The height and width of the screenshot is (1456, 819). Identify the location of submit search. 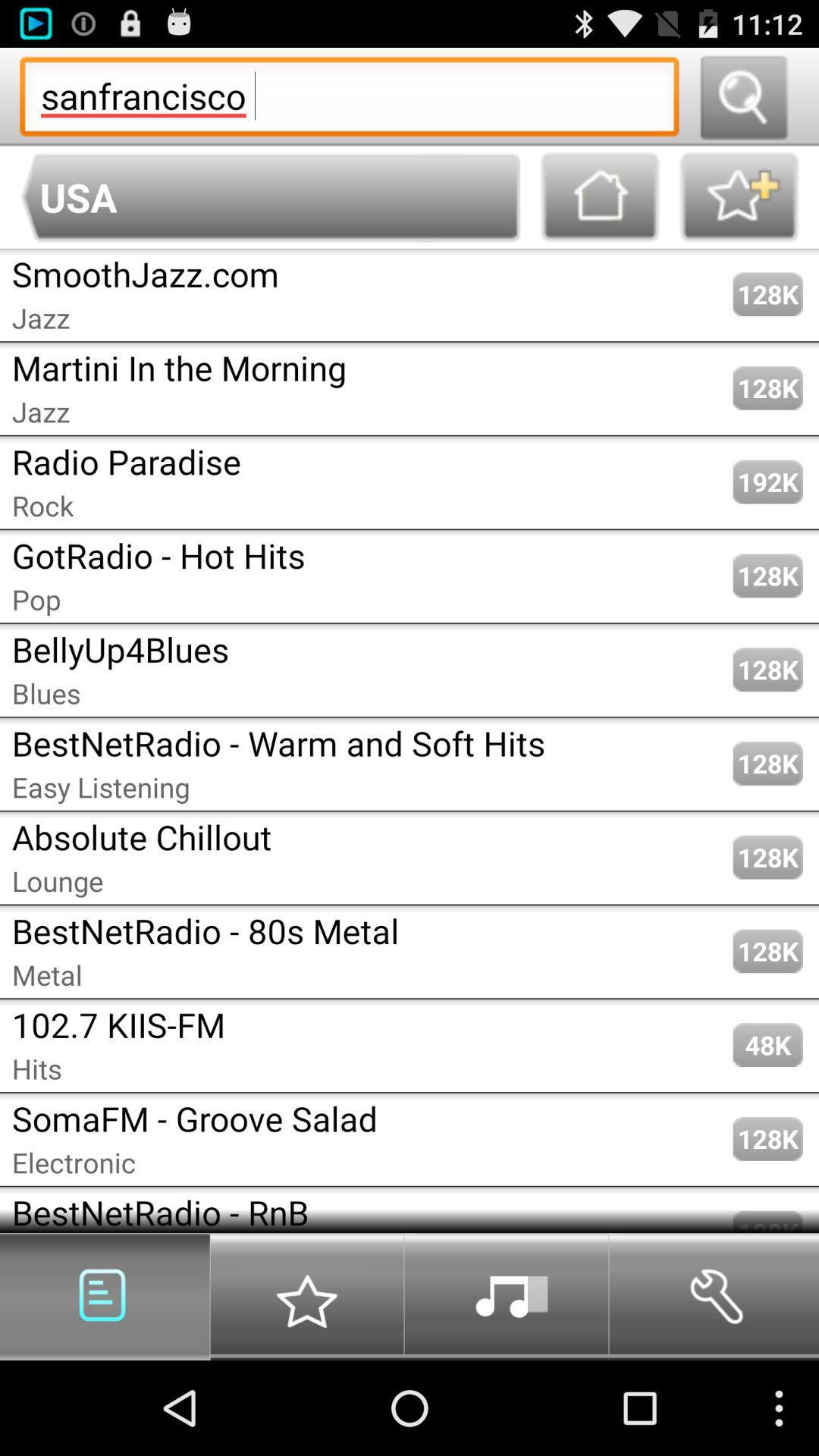
(742, 96).